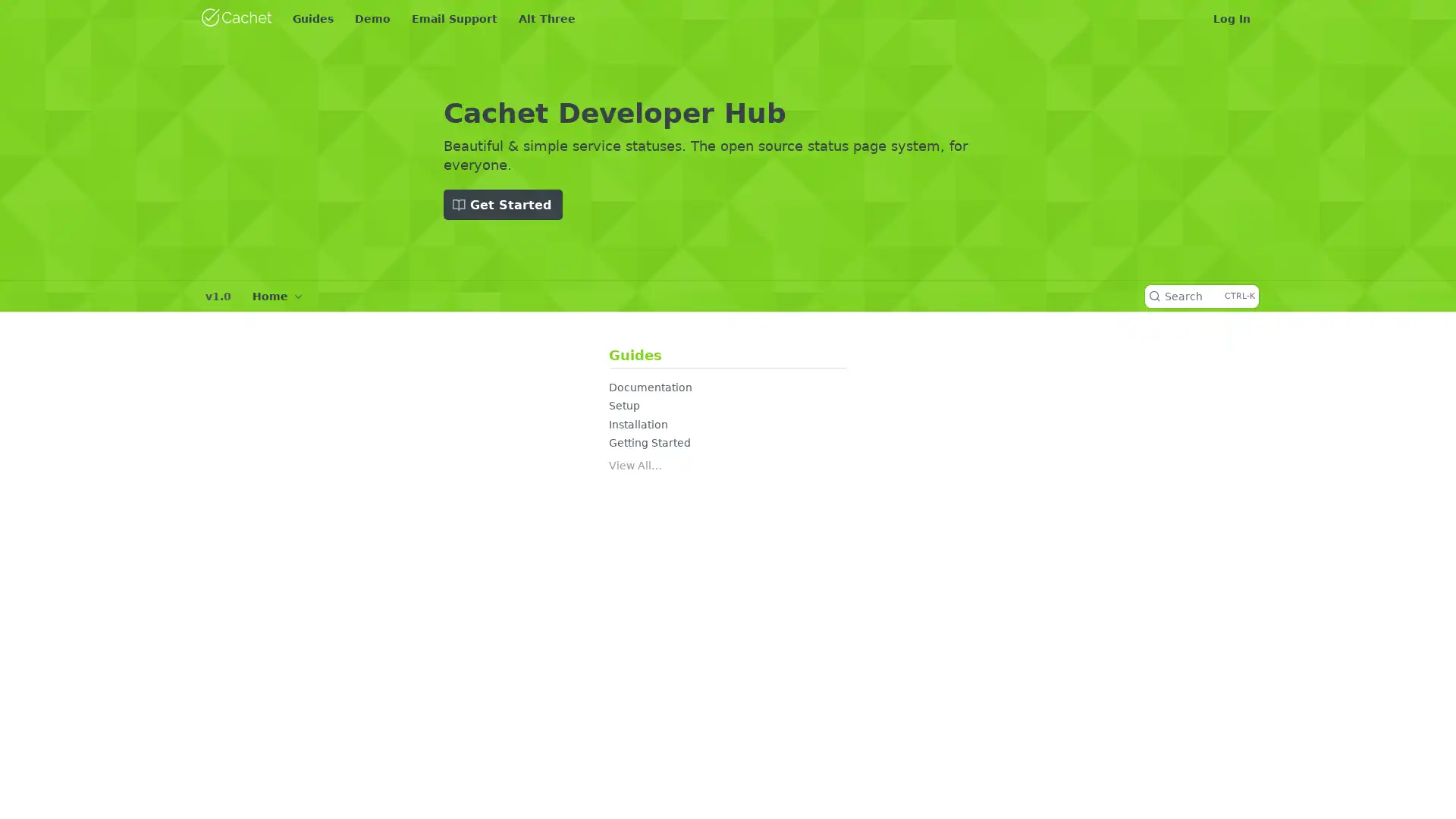 The image size is (1456, 819). What do you see at coordinates (277, 296) in the screenshot?
I see `Home` at bounding box center [277, 296].